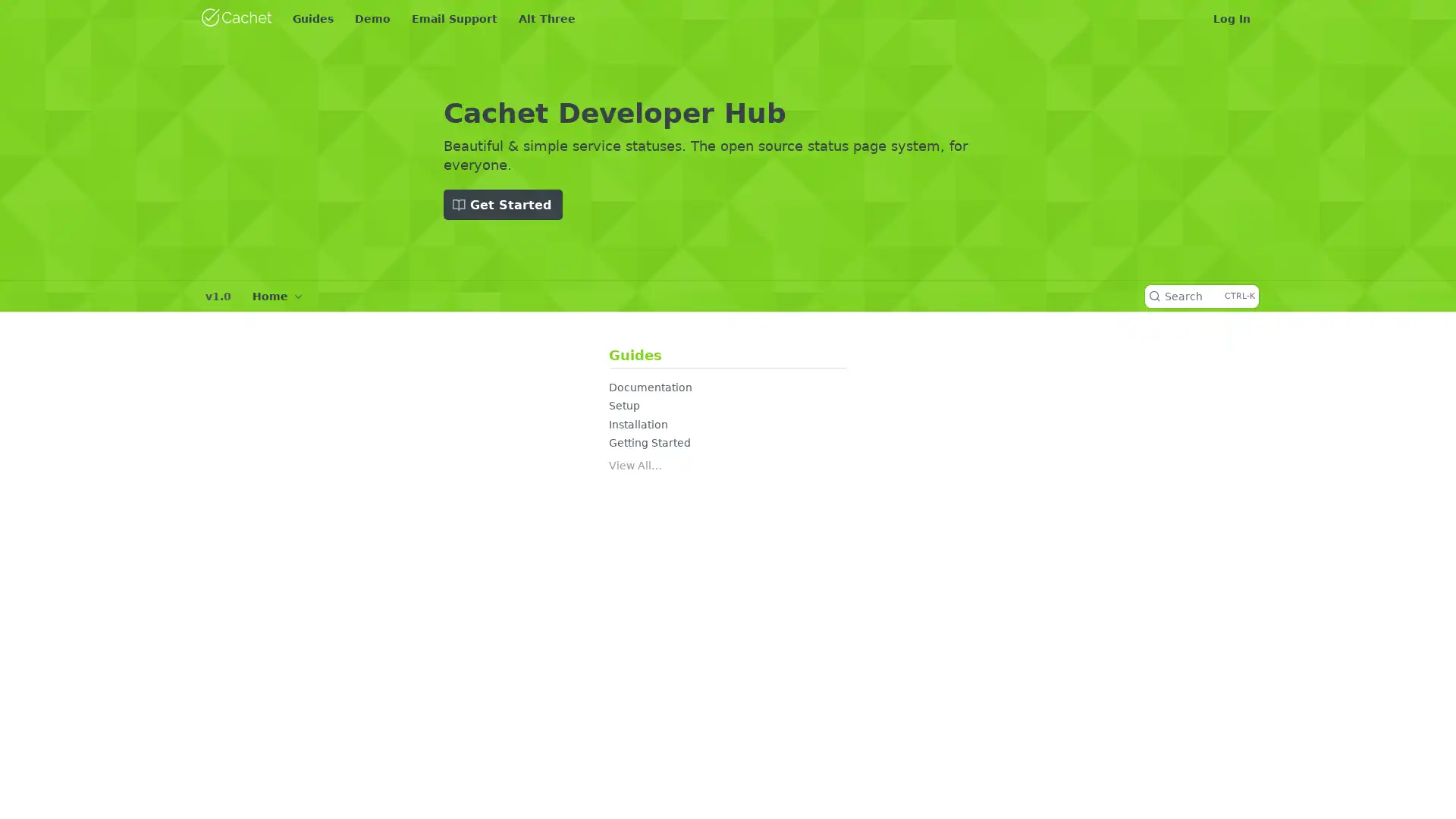 The image size is (1456, 819). What do you see at coordinates (277, 296) in the screenshot?
I see `Home` at bounding box center [277, 296].